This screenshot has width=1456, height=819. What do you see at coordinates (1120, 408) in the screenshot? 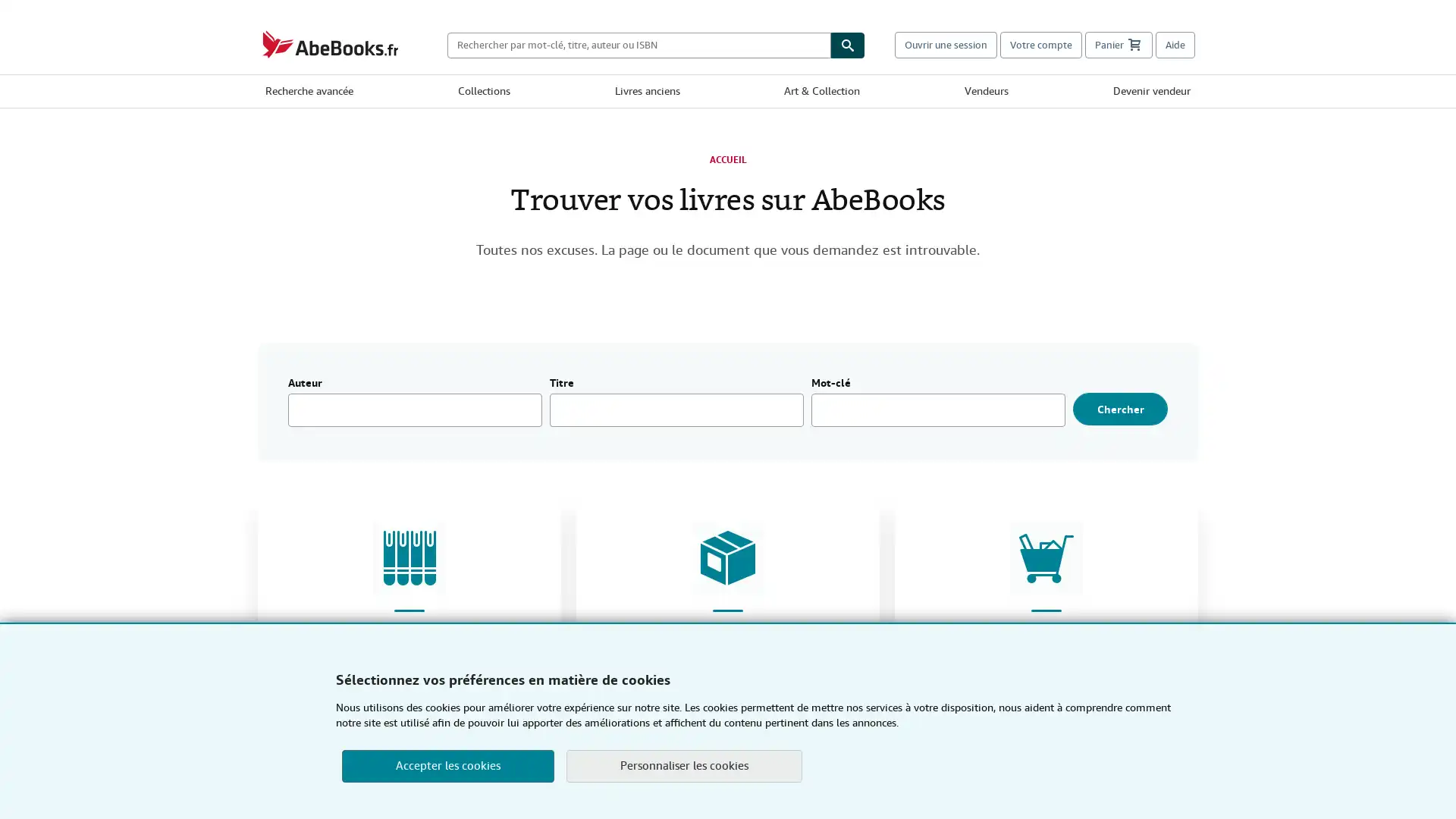
I see `Chercher` at bounding box center [1120, 408].